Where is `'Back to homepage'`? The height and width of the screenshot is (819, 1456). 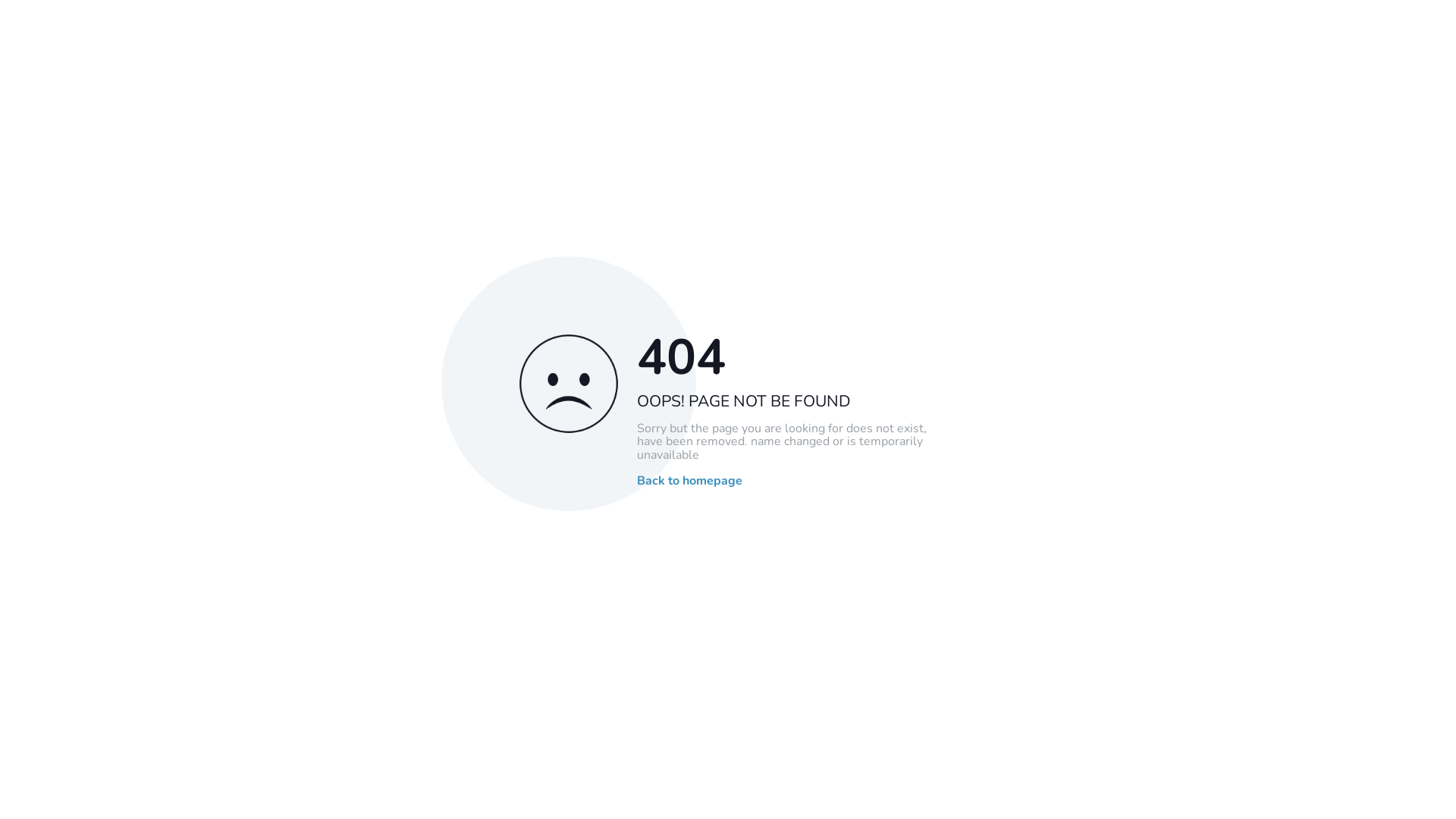 'Back to homepage' is located at coordinates (689, 482).